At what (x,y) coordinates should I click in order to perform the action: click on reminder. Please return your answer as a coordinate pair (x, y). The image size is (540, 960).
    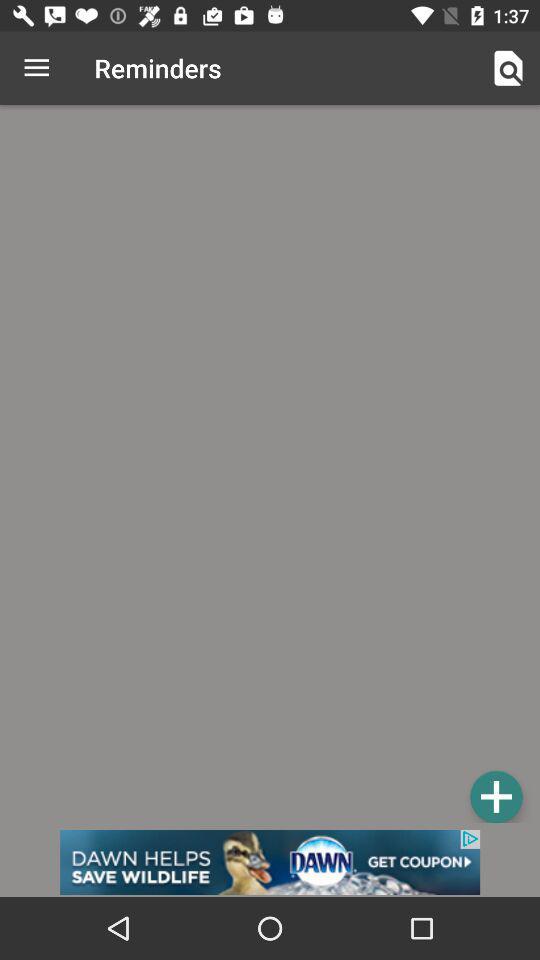
    Looking at the image, I should click on (495, 796).